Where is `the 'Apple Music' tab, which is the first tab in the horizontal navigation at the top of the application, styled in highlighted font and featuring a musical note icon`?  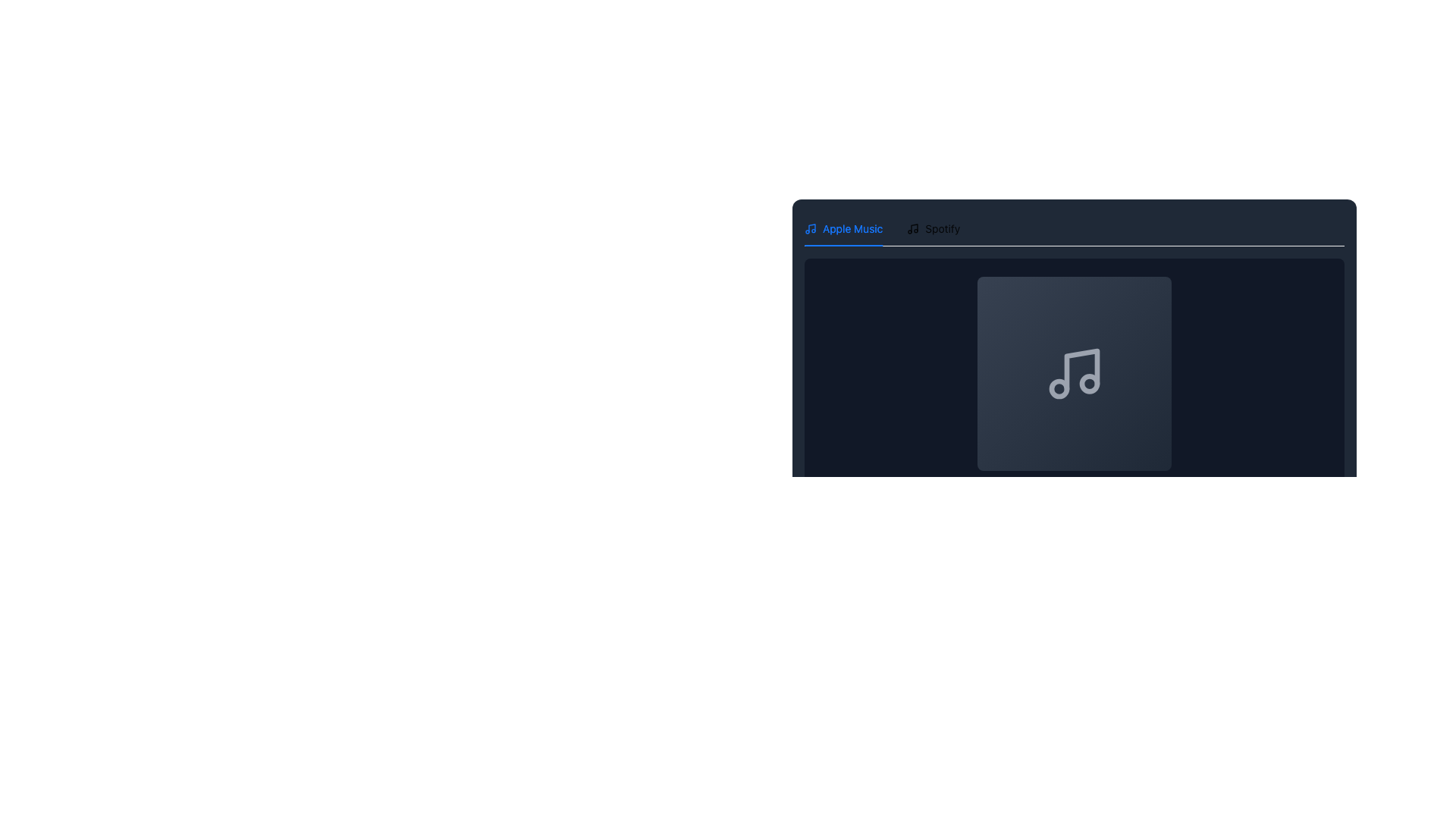
the 'Apple Music' tab, which is the first tab in the horizontal navigation at the top of the application, styled in highlighted font and featuring a musical note icon is located at coordinates (843, 228).